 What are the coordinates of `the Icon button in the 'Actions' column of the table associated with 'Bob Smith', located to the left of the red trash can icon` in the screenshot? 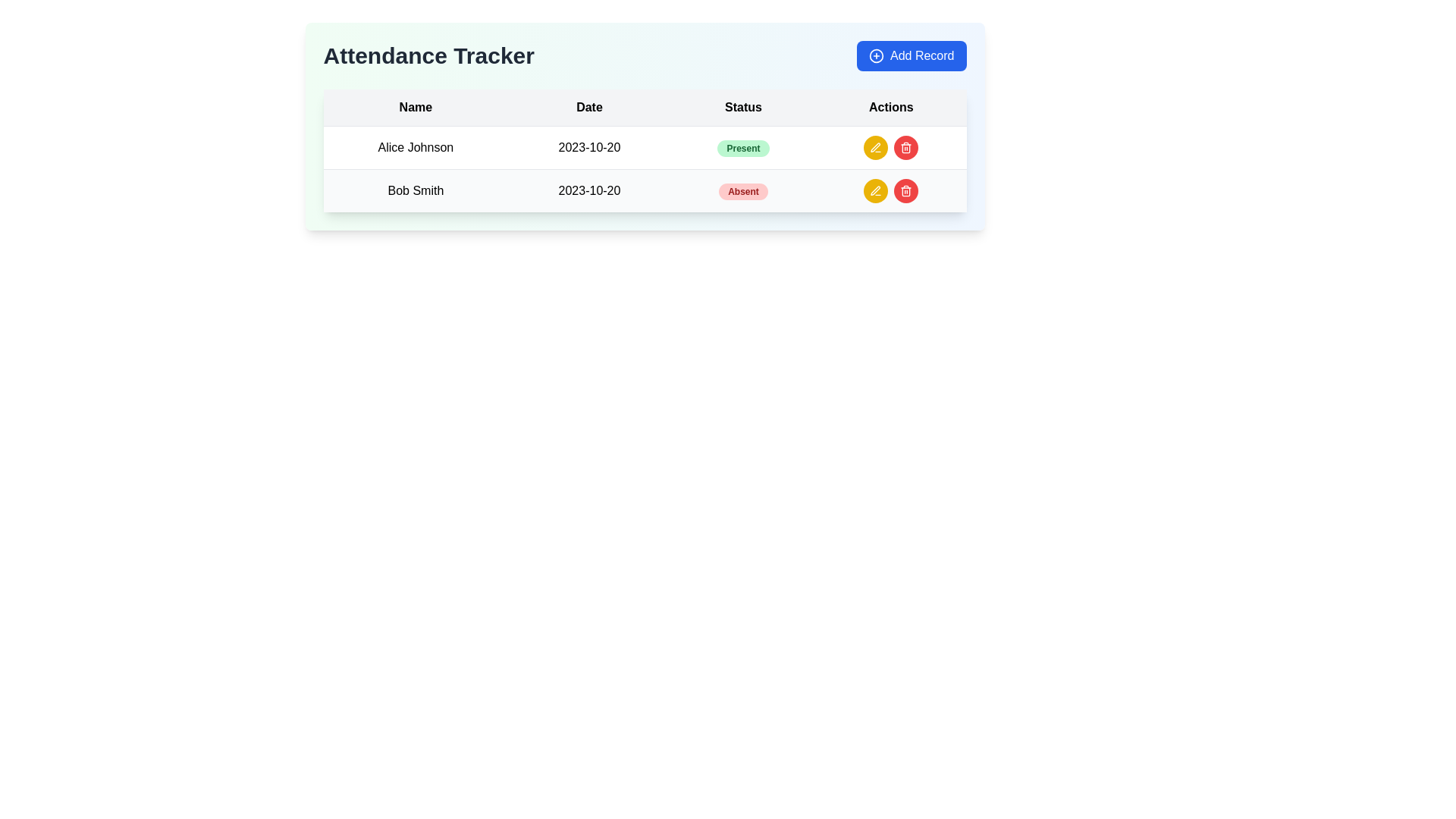 It's located at (876, 190).